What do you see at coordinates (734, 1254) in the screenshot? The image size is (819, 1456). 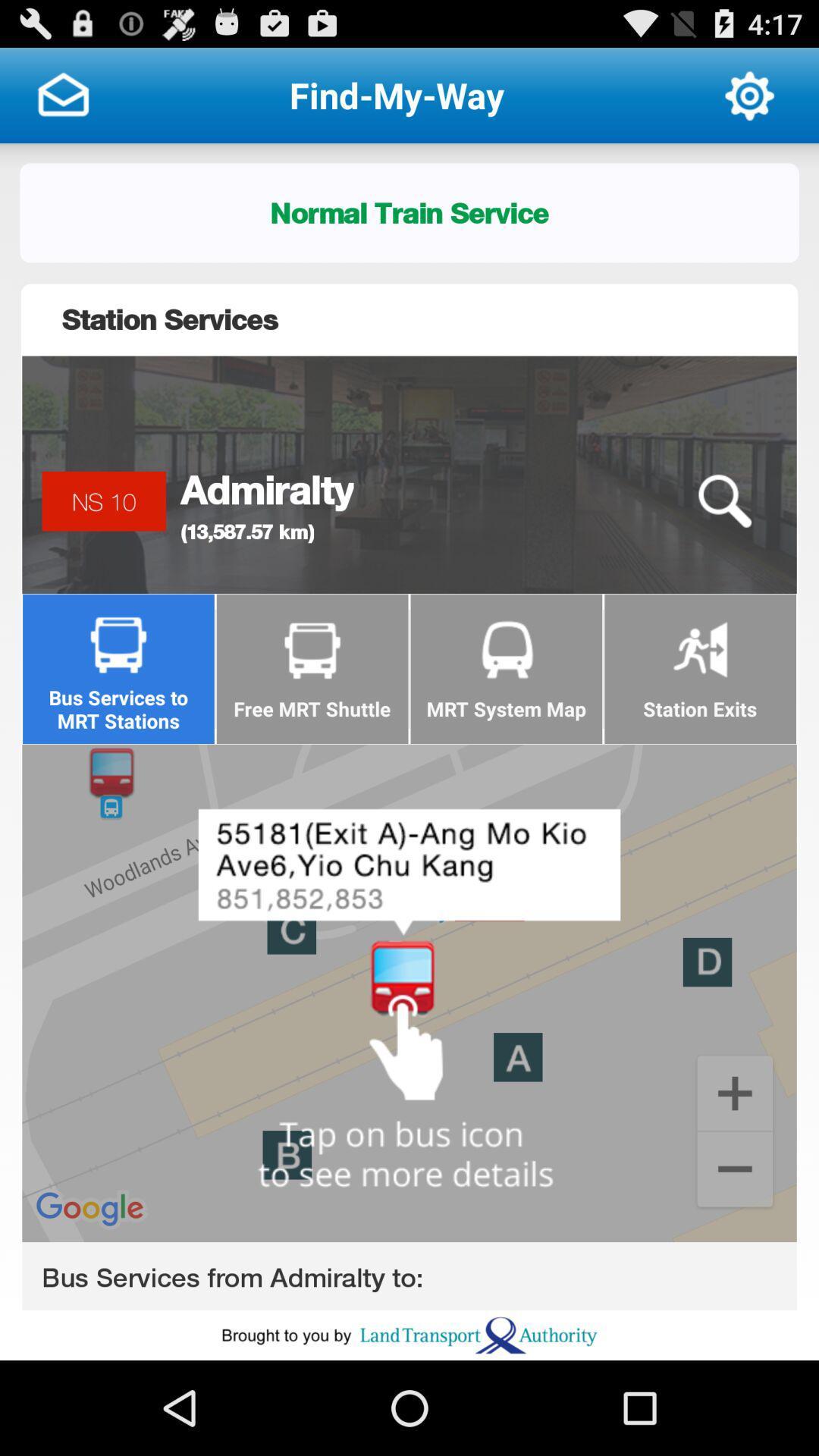 I see `the minus icon` at bounding box center [734, 1254].